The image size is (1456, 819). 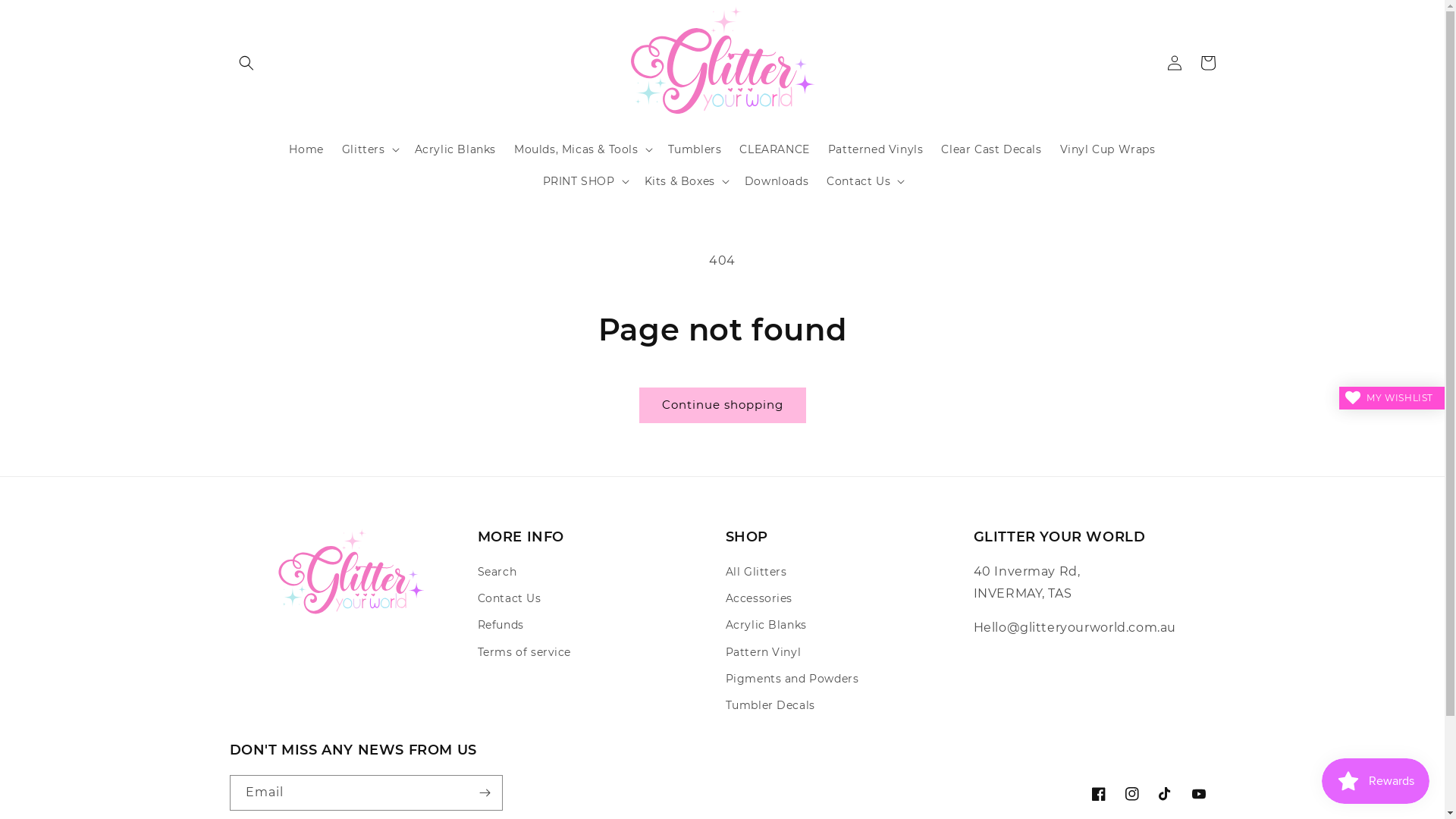 I want to click on 'Log in', so click(x=1156, y=61).